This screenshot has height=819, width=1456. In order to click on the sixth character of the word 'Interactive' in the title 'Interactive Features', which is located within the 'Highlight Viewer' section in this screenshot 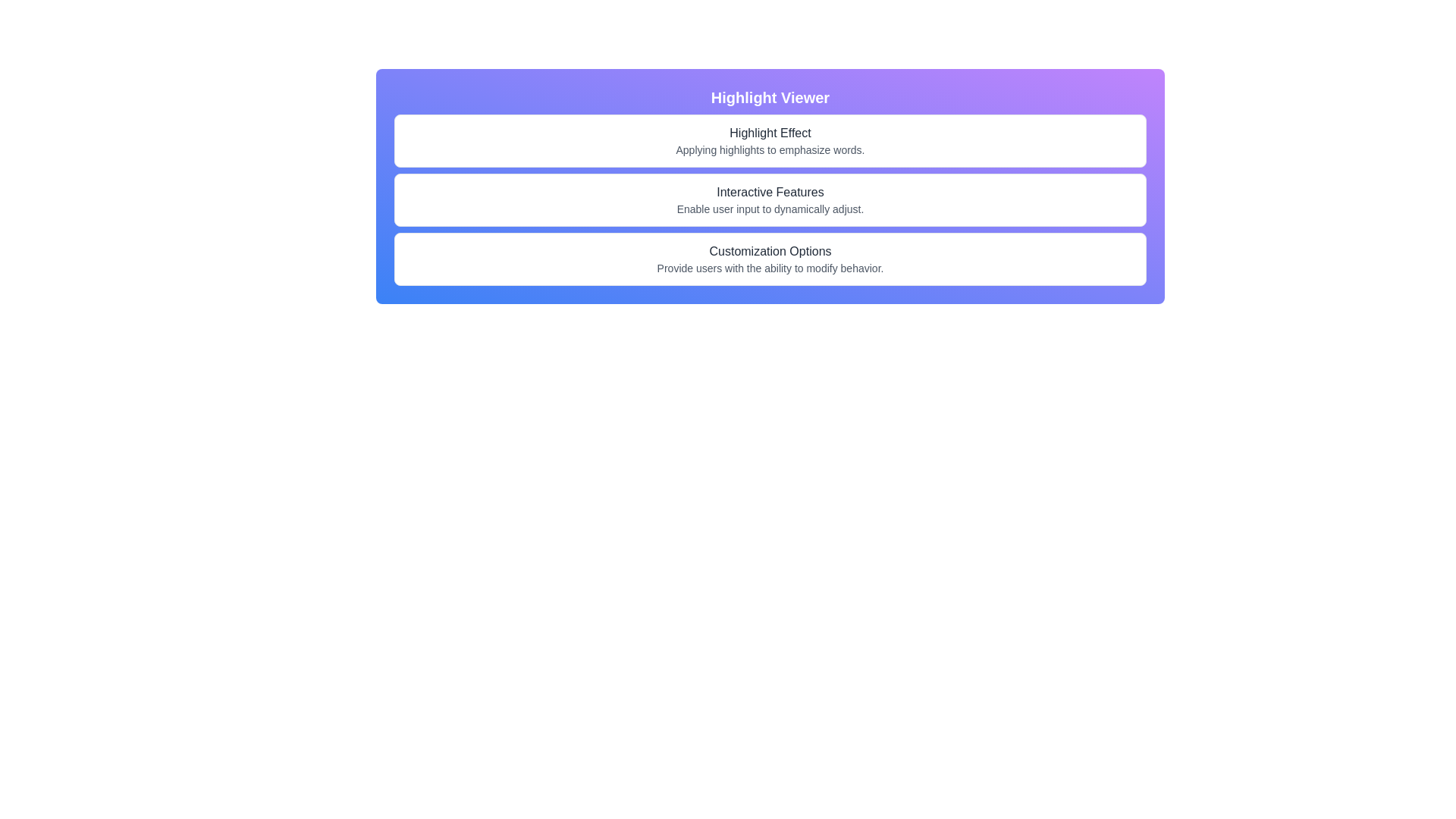, I will do `click(744, 191)`.